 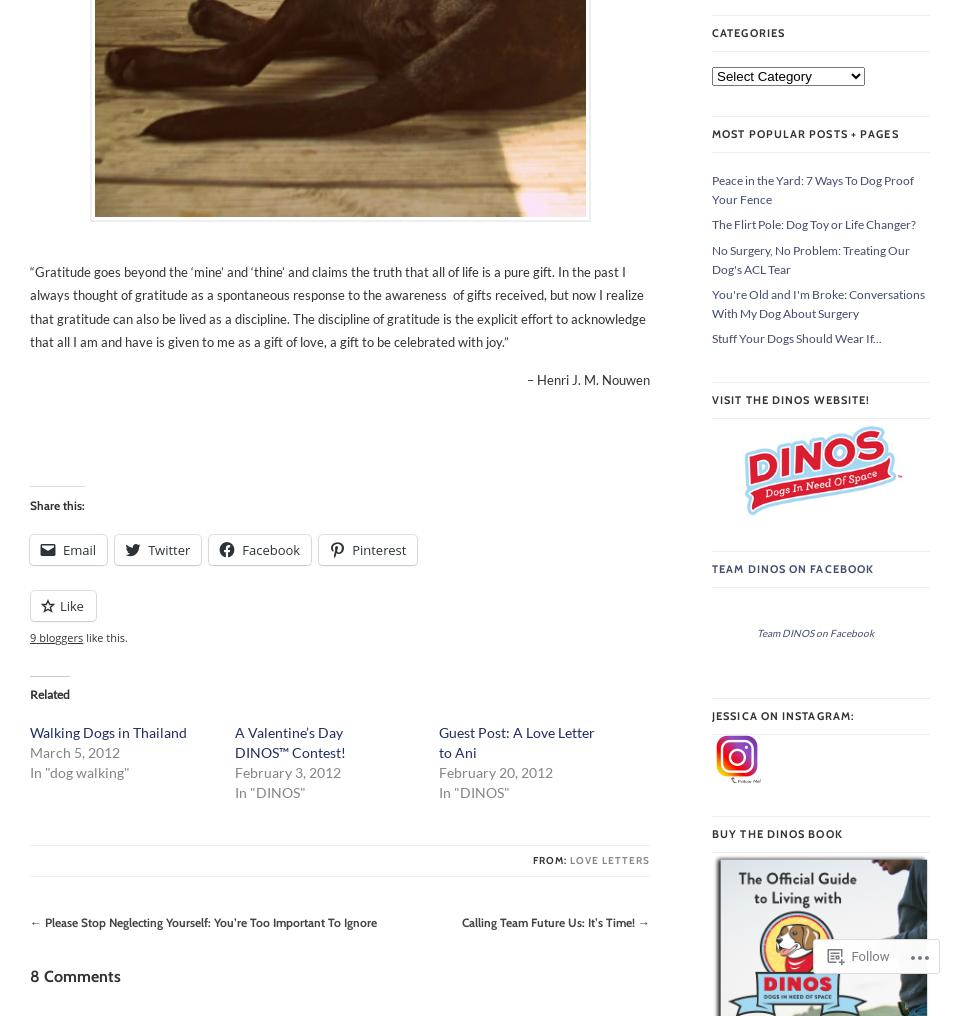 What do you see at coordinates (818, 302) in the screenshot?
I see `'You're Old and I'm Broke: Conversations With My Dog About Surgery'` at bounding box center [818, 302].